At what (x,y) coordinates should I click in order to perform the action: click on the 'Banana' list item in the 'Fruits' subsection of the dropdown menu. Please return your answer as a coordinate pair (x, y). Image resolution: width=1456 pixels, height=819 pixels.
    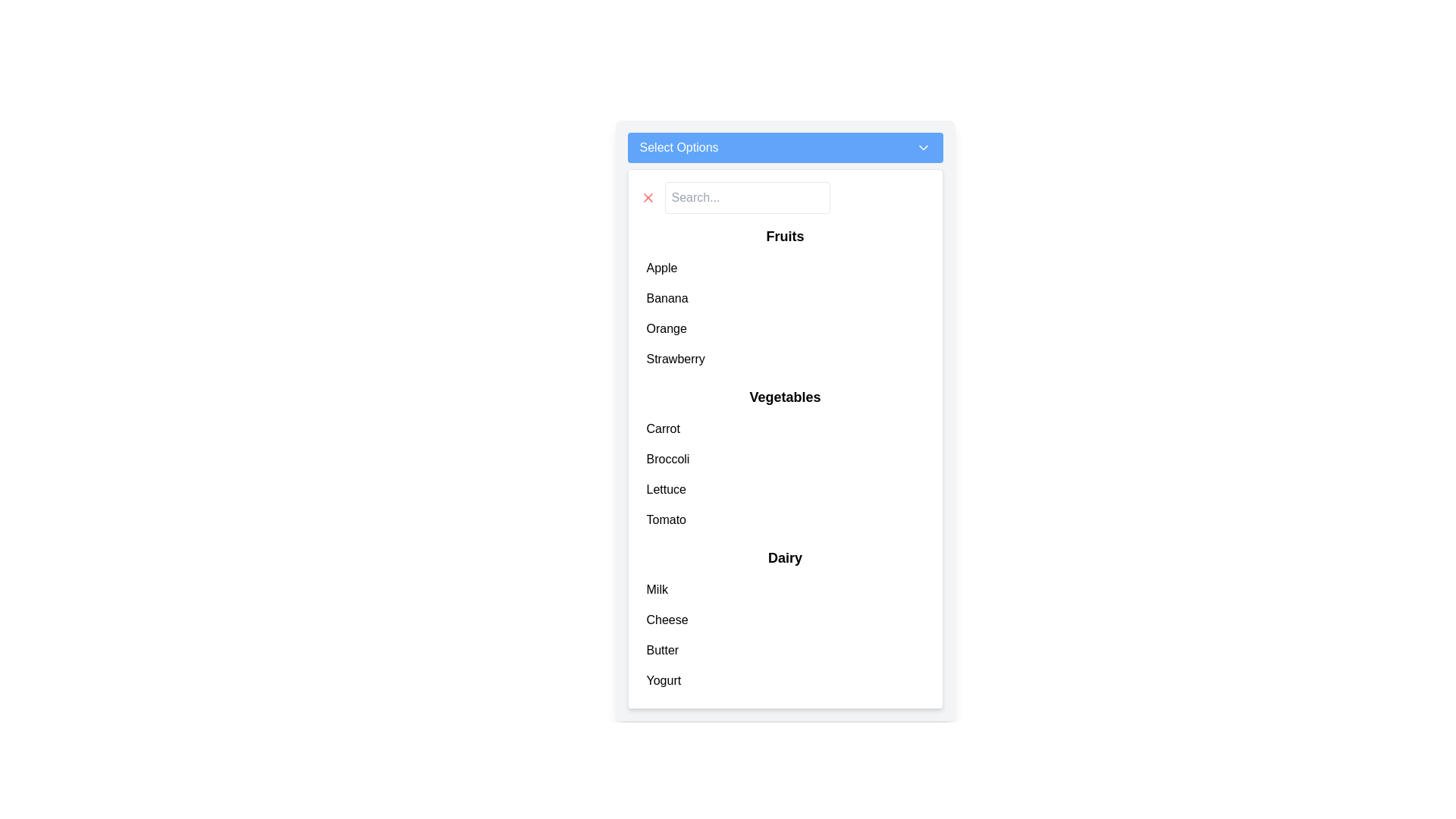
    Looking at the image, I should click on (785, 298).